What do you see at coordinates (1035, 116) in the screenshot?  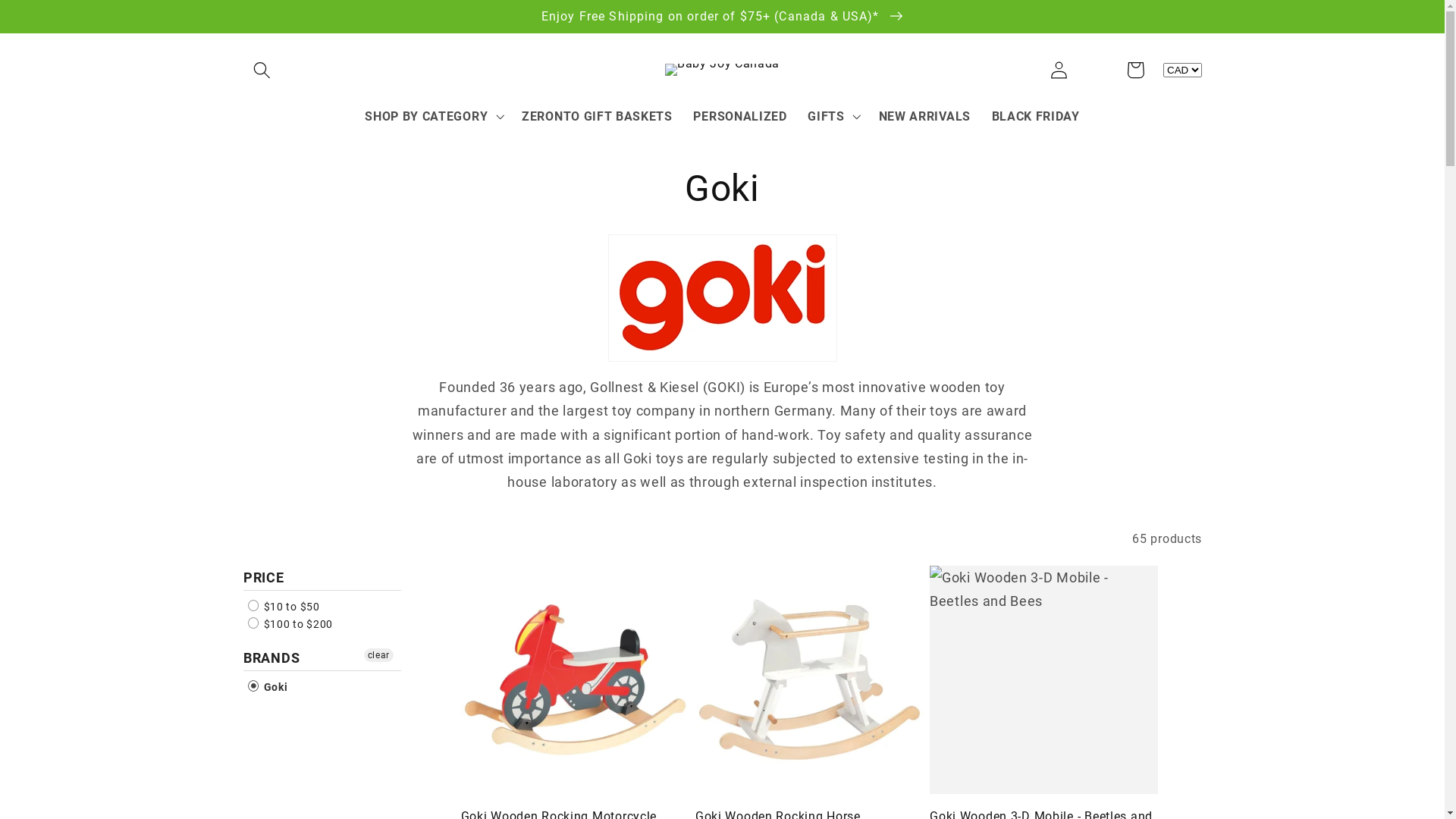 I see `'BLACK FRIDAY'` at bounding box center [1035, 116].